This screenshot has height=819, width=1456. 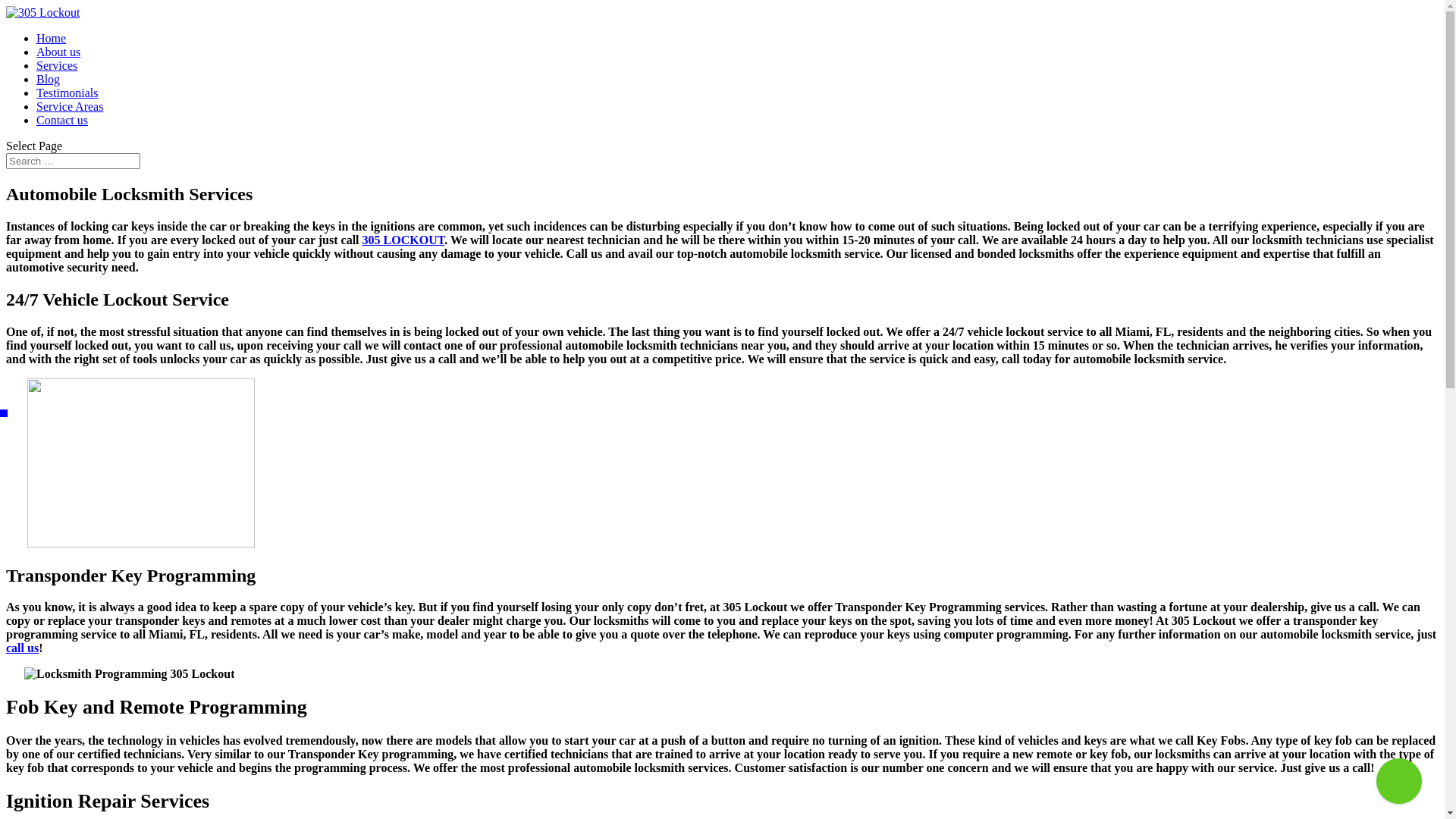 What do you see at coordinates (58, 51) in the screenshot?
I see `'About us'` at bounding box center [58, 51].